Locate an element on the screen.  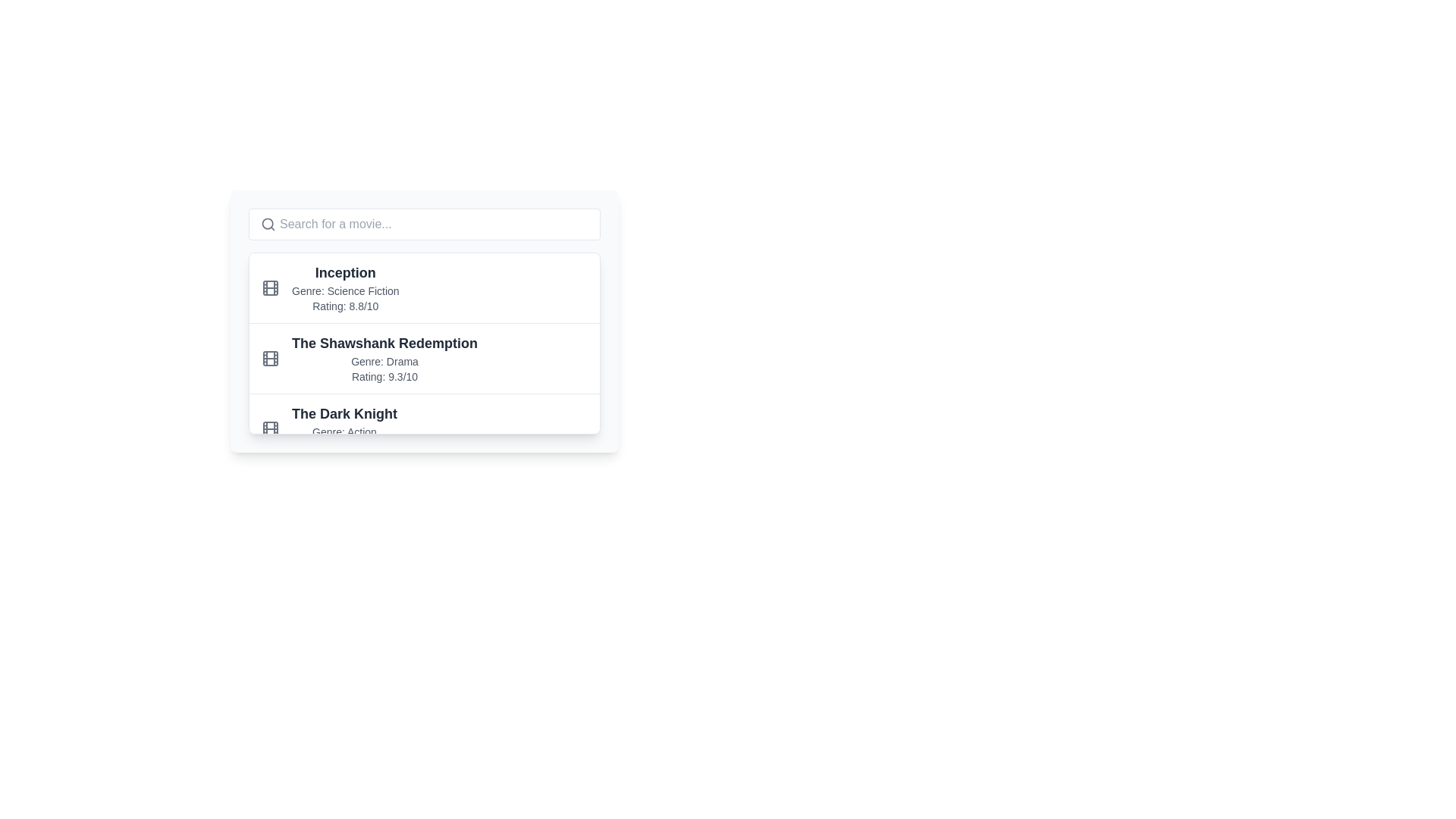
the graphical decorative element that is a rectangle with slightly rounded corners, part of the film icon located to the left of the movie title 'Inception' is located at coordinates (270, 288).